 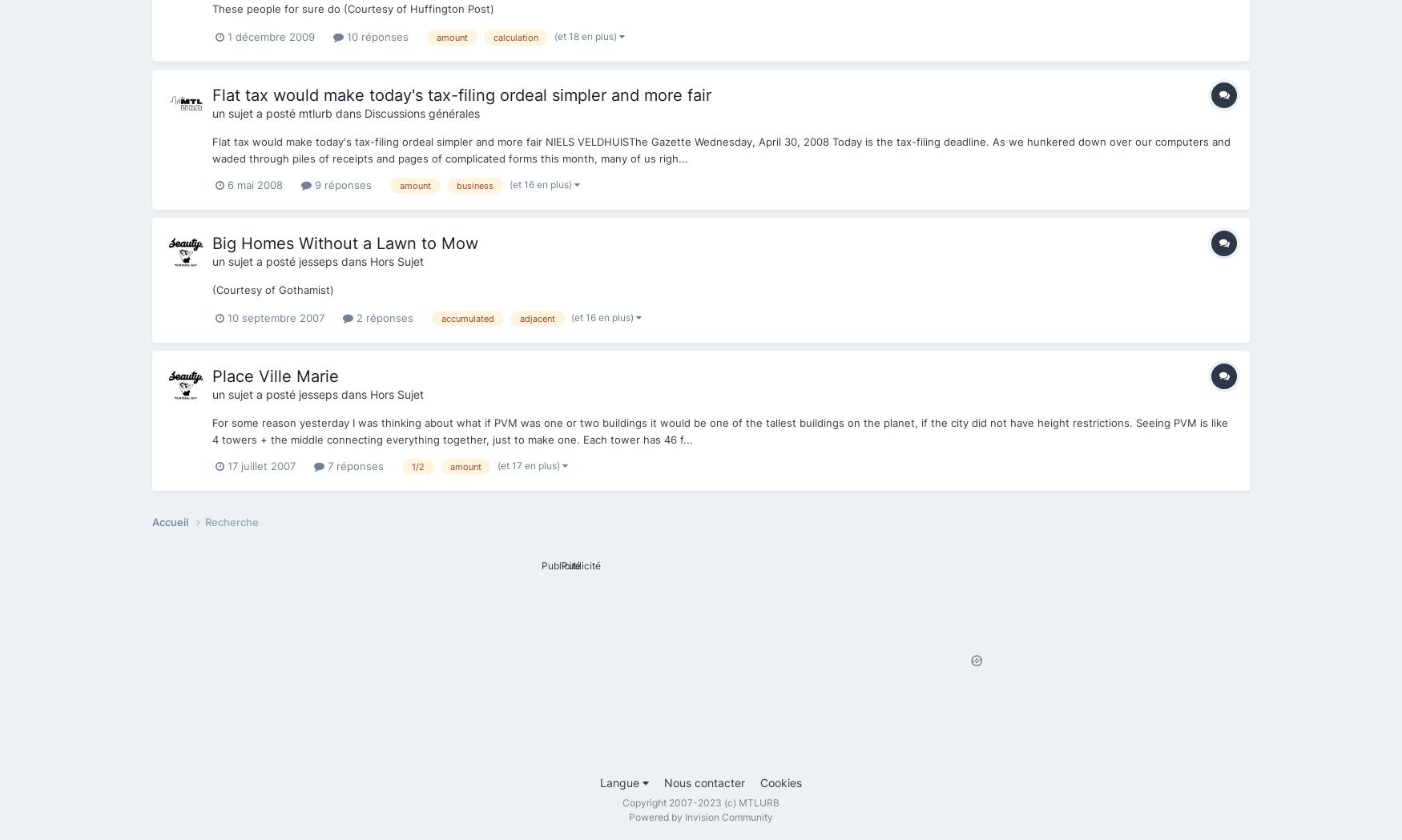 What do you see at coordinates (703, 782) in the screenshot?
I see `'Nous contacter'` at bounding box center [703, 782].